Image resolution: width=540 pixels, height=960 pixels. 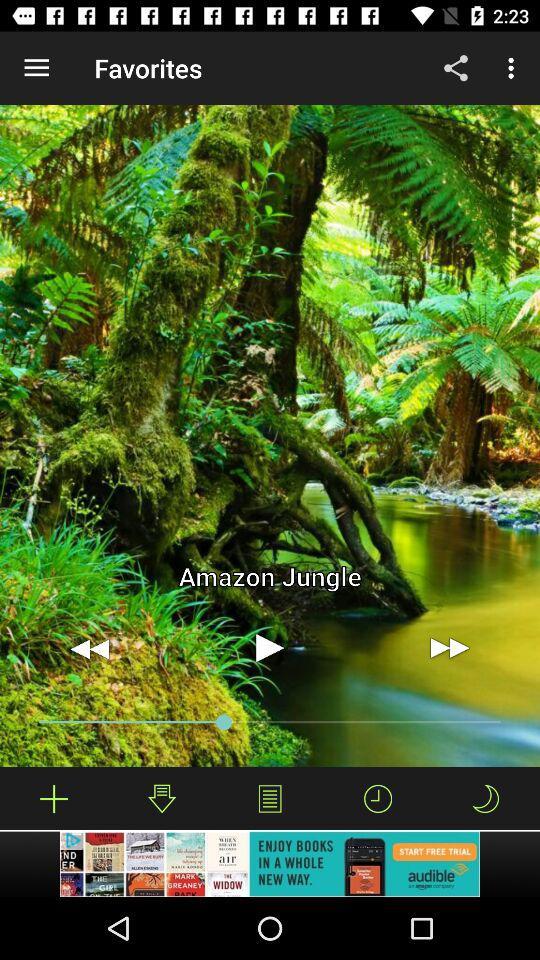 I want to click on download song, so click(x=161, y=798).